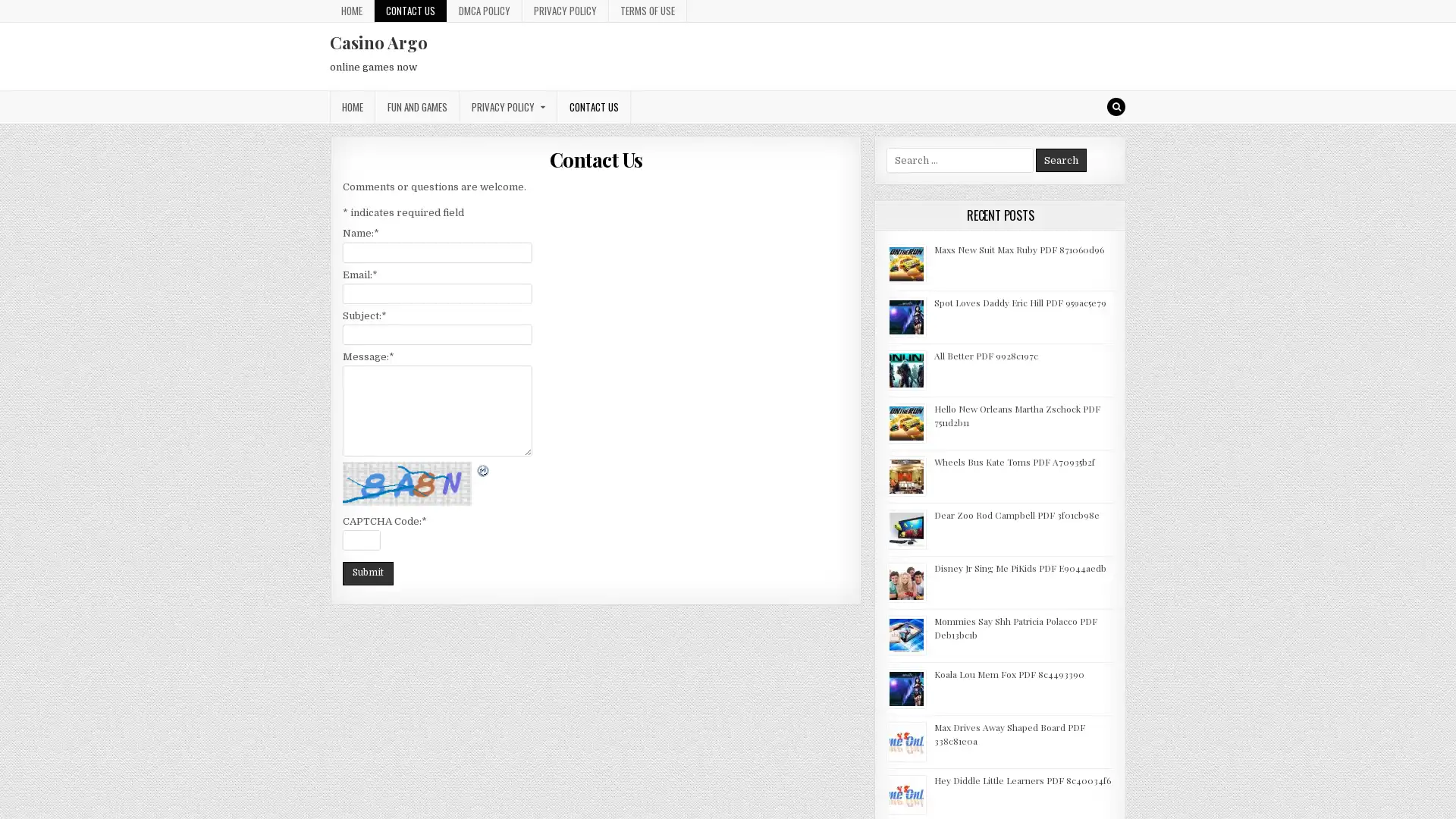  I want to click on Submit, so click(368, 573).